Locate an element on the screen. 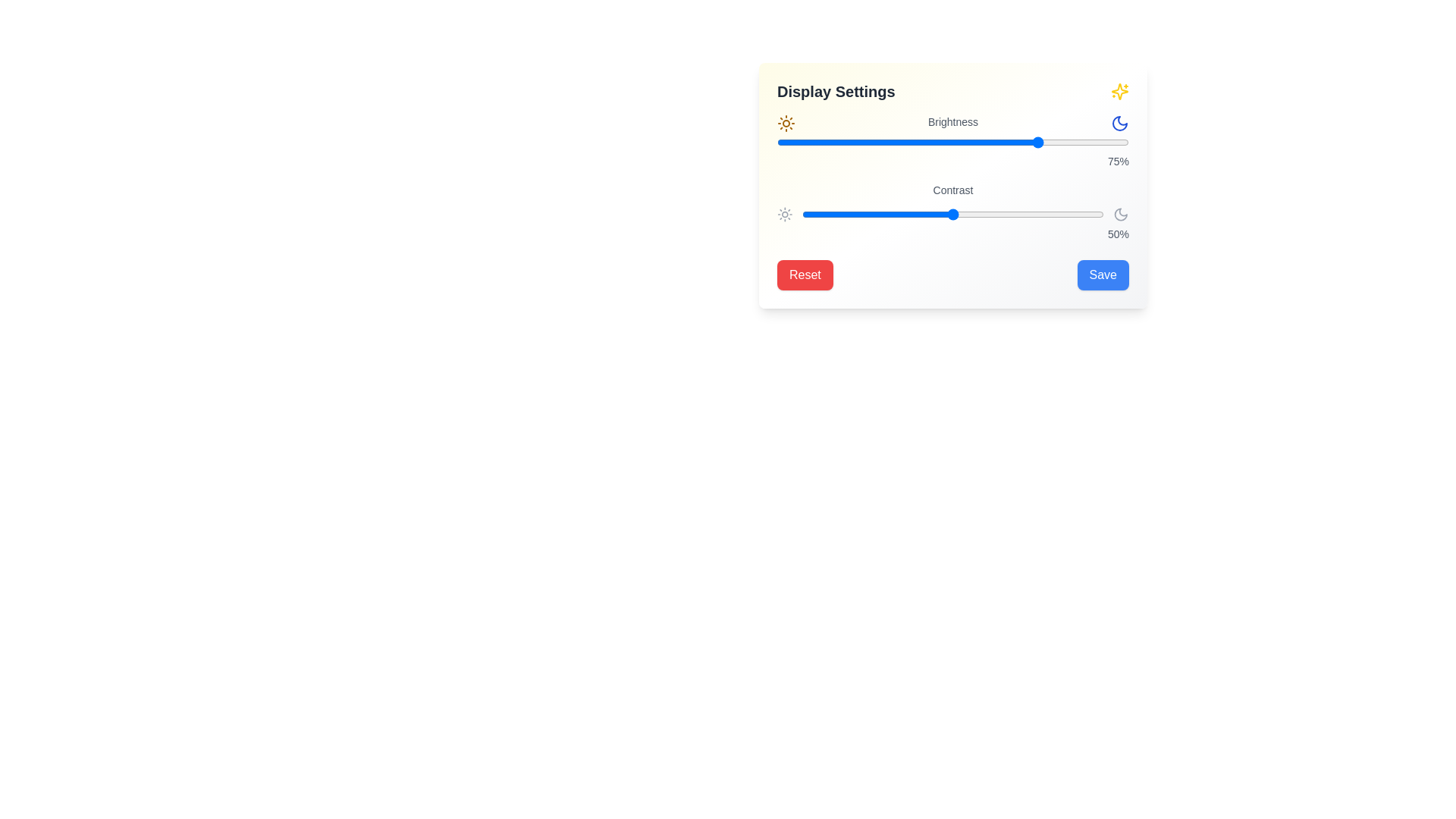 Image resolution: width=1456 pixels, height=819 pixels. the contrast level is located at coordinates (918, 214).